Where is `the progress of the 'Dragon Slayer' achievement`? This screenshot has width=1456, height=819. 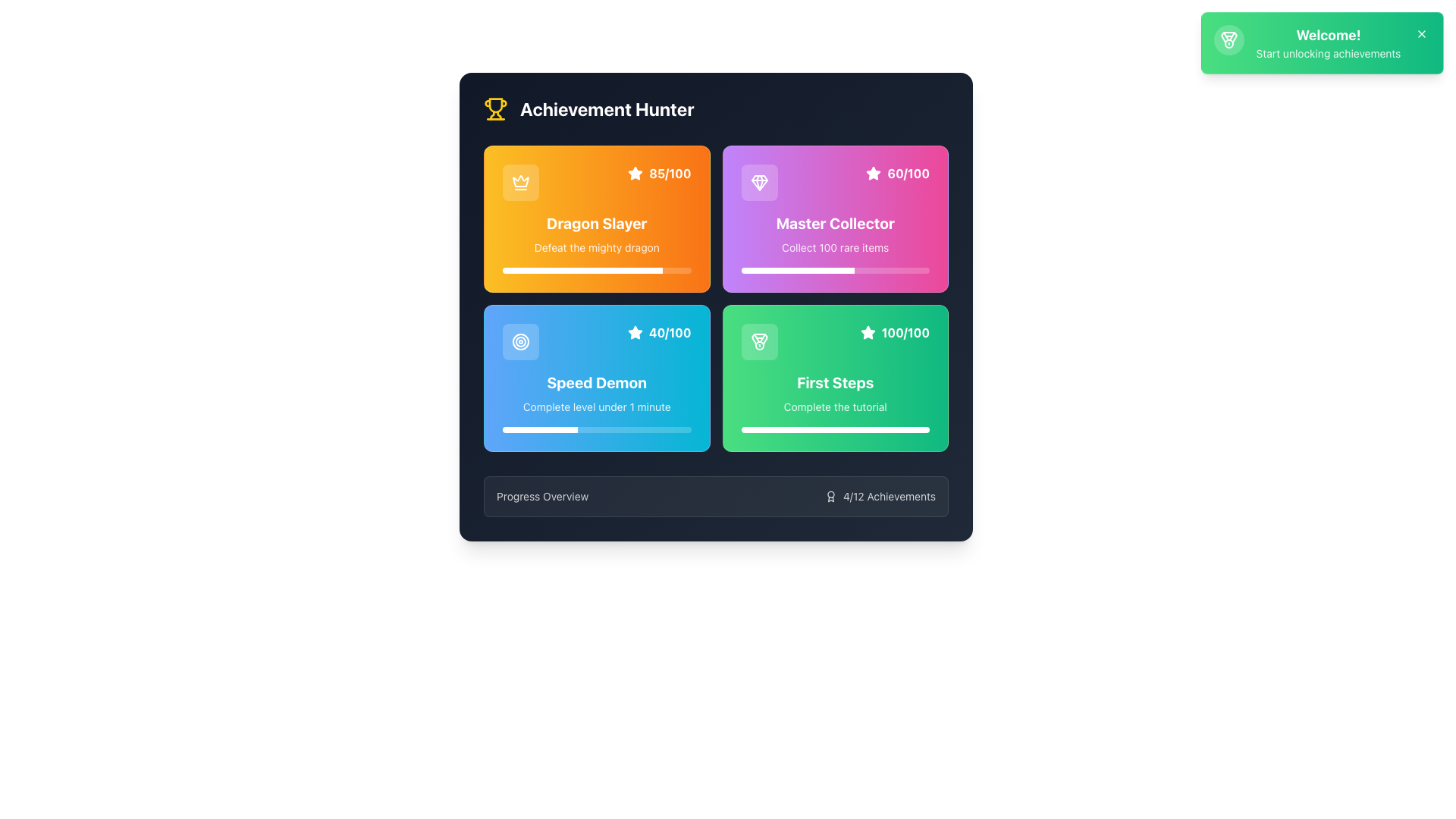
the progress of the 'Dragon Slayer' achievement is located at coordinates (598, 270).